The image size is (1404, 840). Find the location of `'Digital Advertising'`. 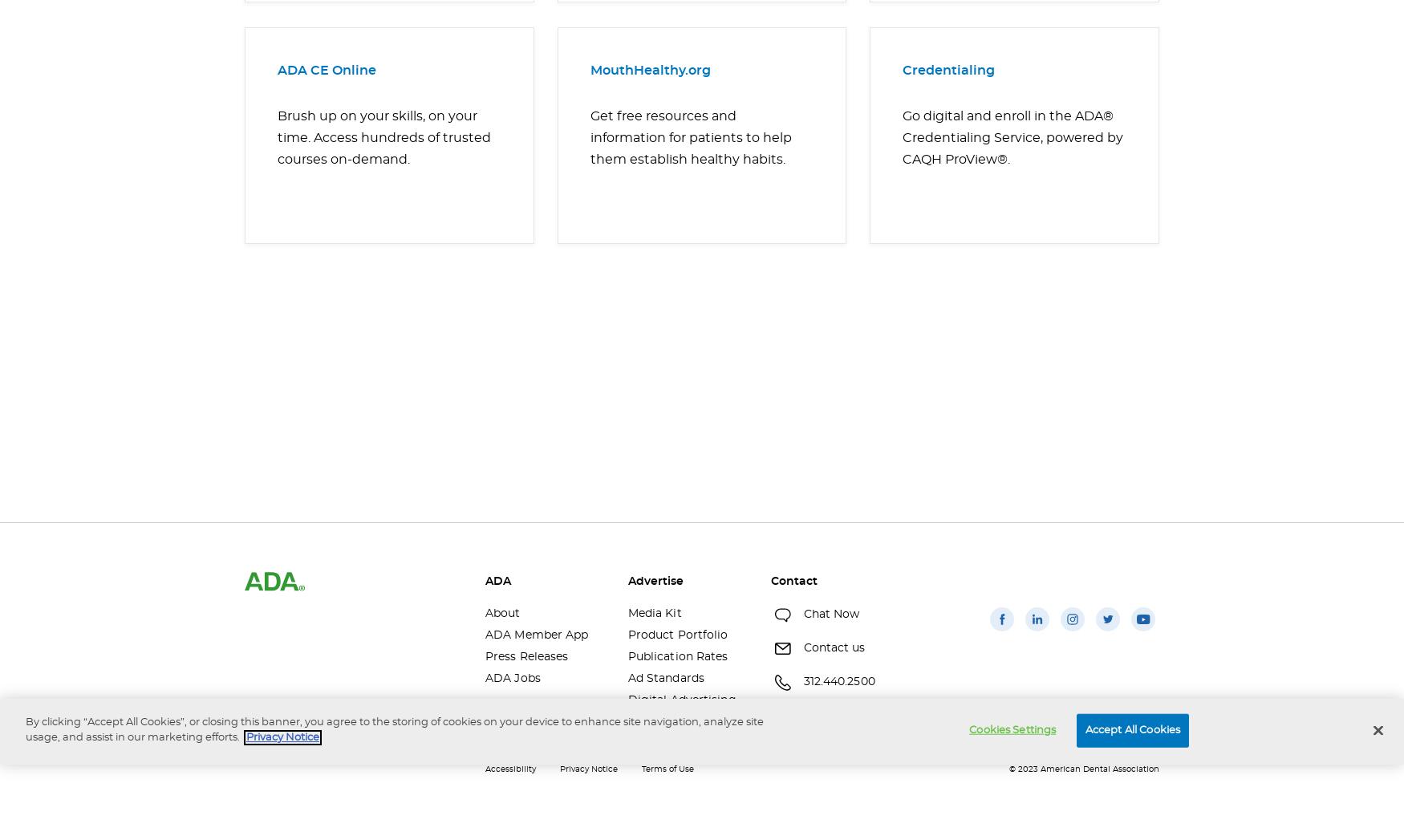

'Digital Advertising' is located at coordinates (681, 699).